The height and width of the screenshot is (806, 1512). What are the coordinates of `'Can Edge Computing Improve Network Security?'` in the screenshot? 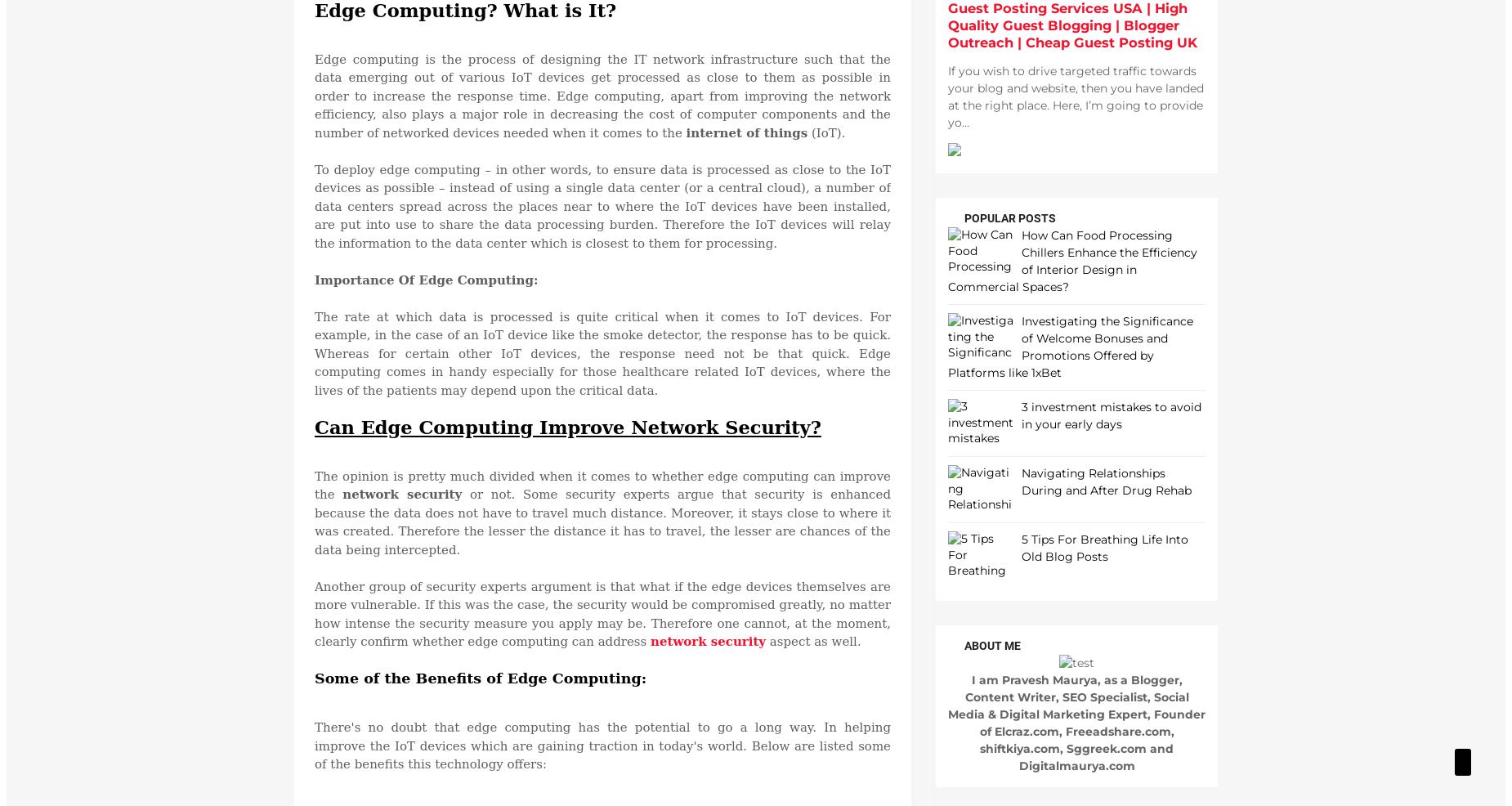 It's located at (567, 425).